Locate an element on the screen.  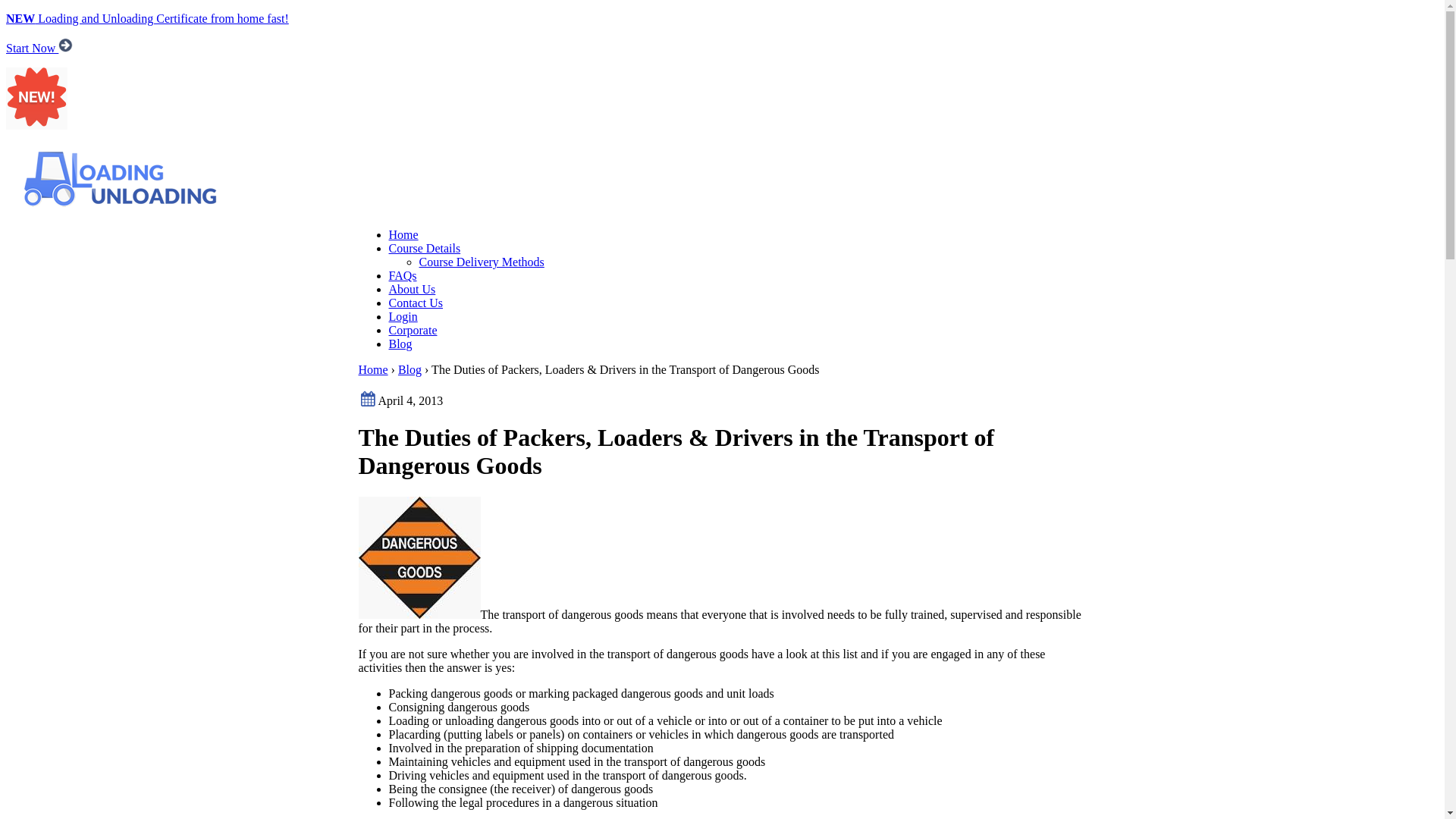
'Course Delivery Methods' is located at coordinates (480, 261).